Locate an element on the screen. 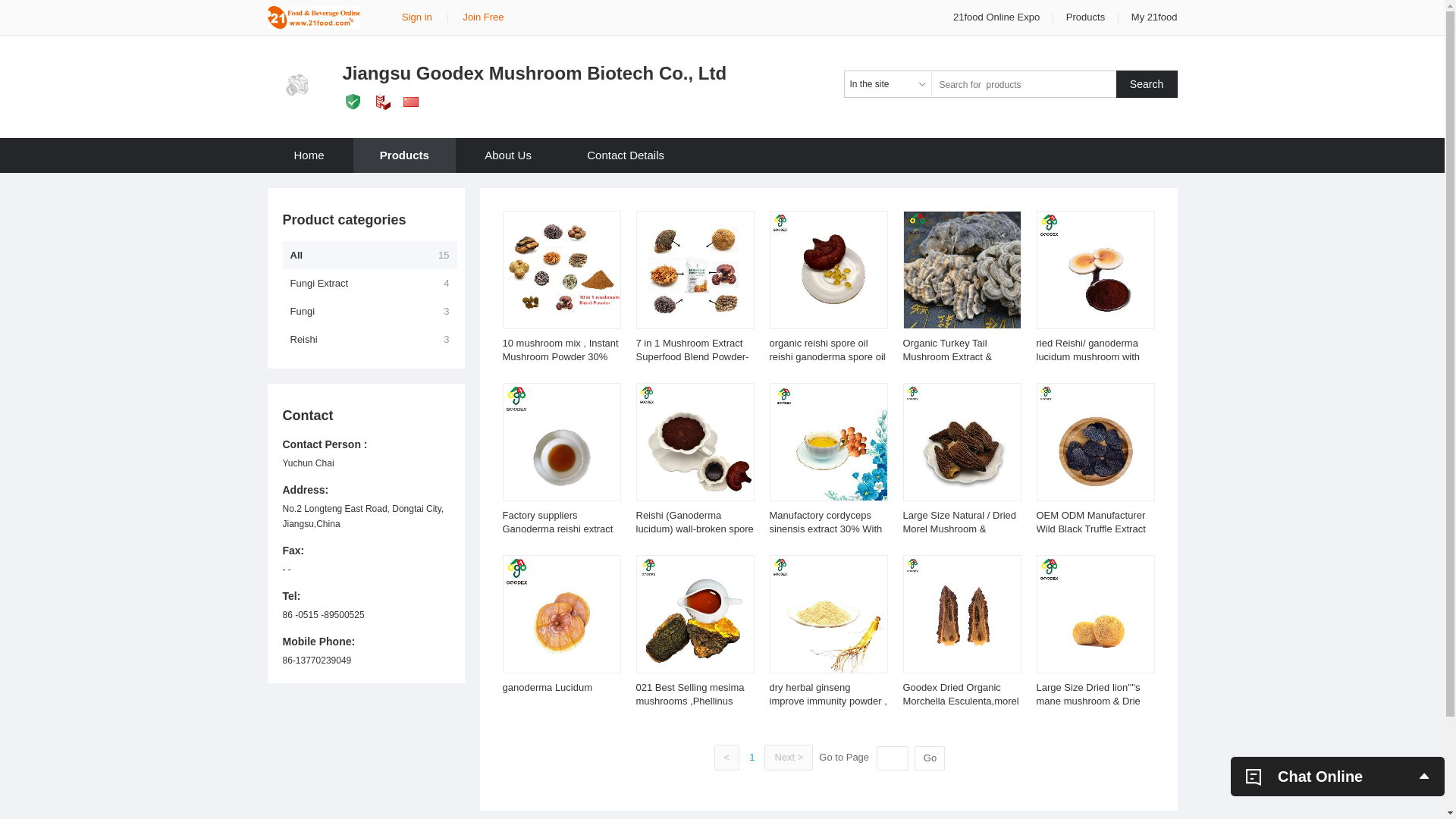 The width and height of the screenshot is (1456, 819). 'Contact Details' is located at coordinates (626, 155).